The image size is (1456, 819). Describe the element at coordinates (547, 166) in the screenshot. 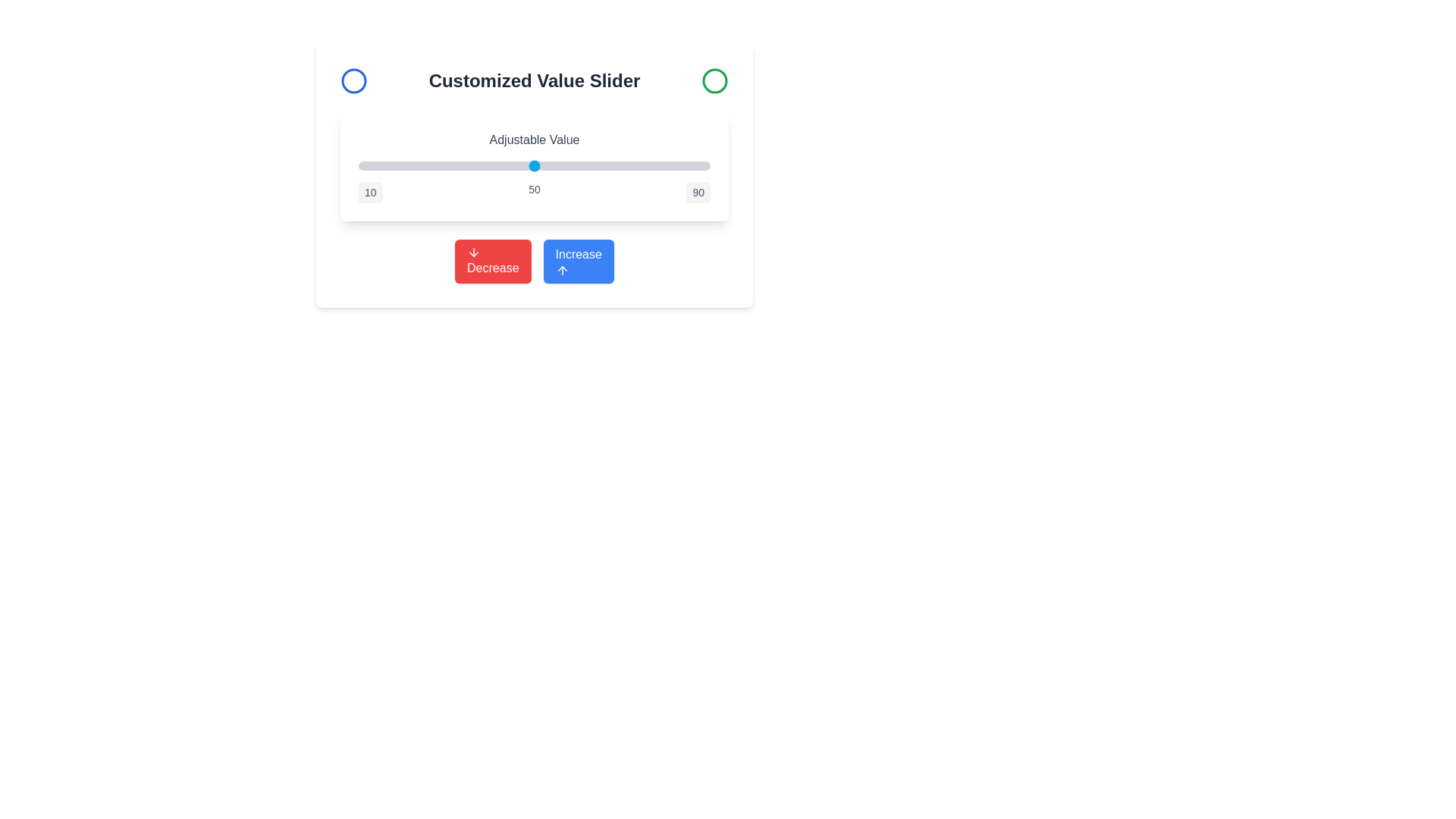

I see `the slider's value` at that location.